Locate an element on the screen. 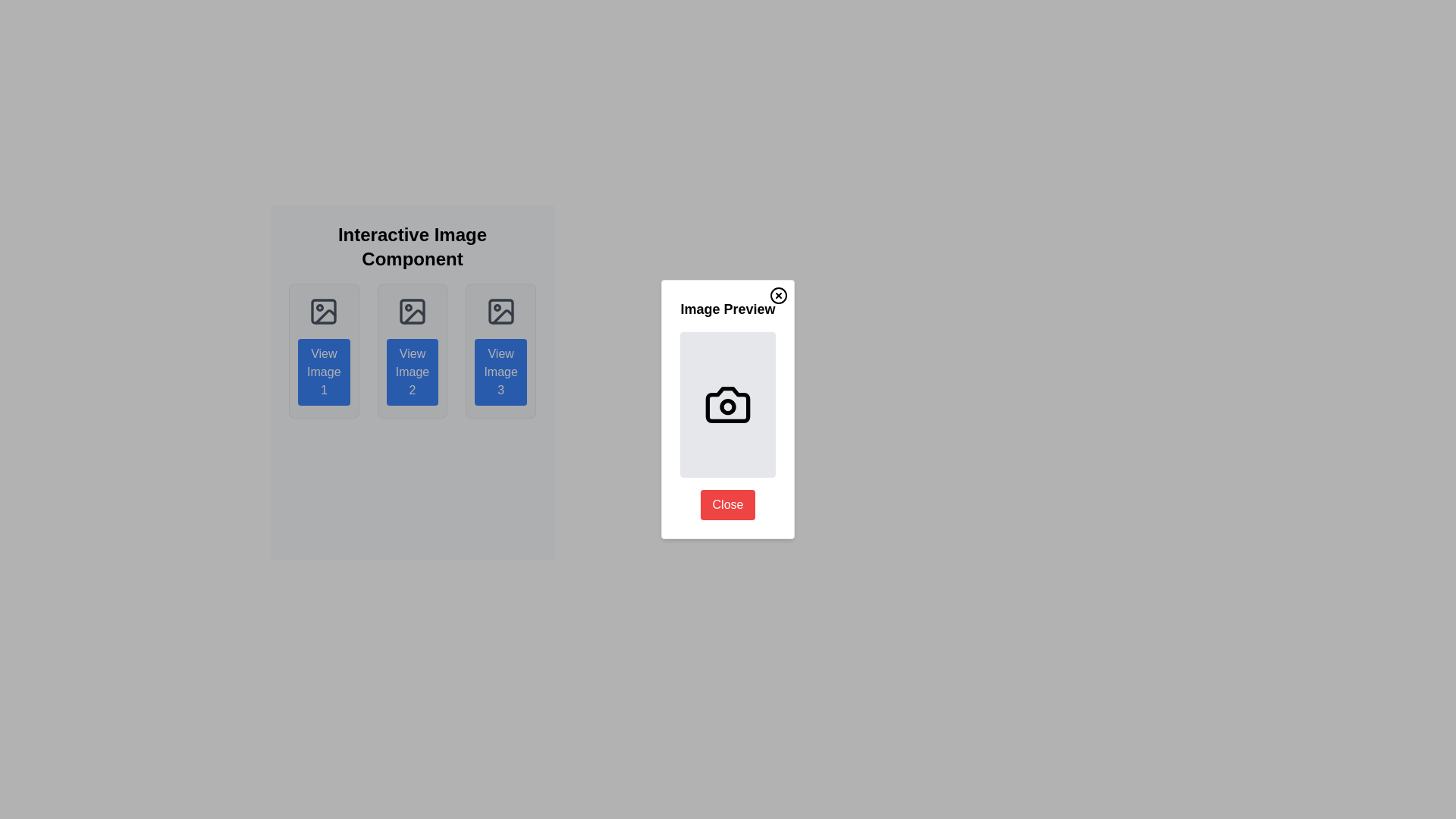  the 'View Image 2' button, which is styled with bold font, white text, and a blue background, located in the middle of a row of three buttons below the heading 'Interactive Image Component' is located at coordinates (412, 373).